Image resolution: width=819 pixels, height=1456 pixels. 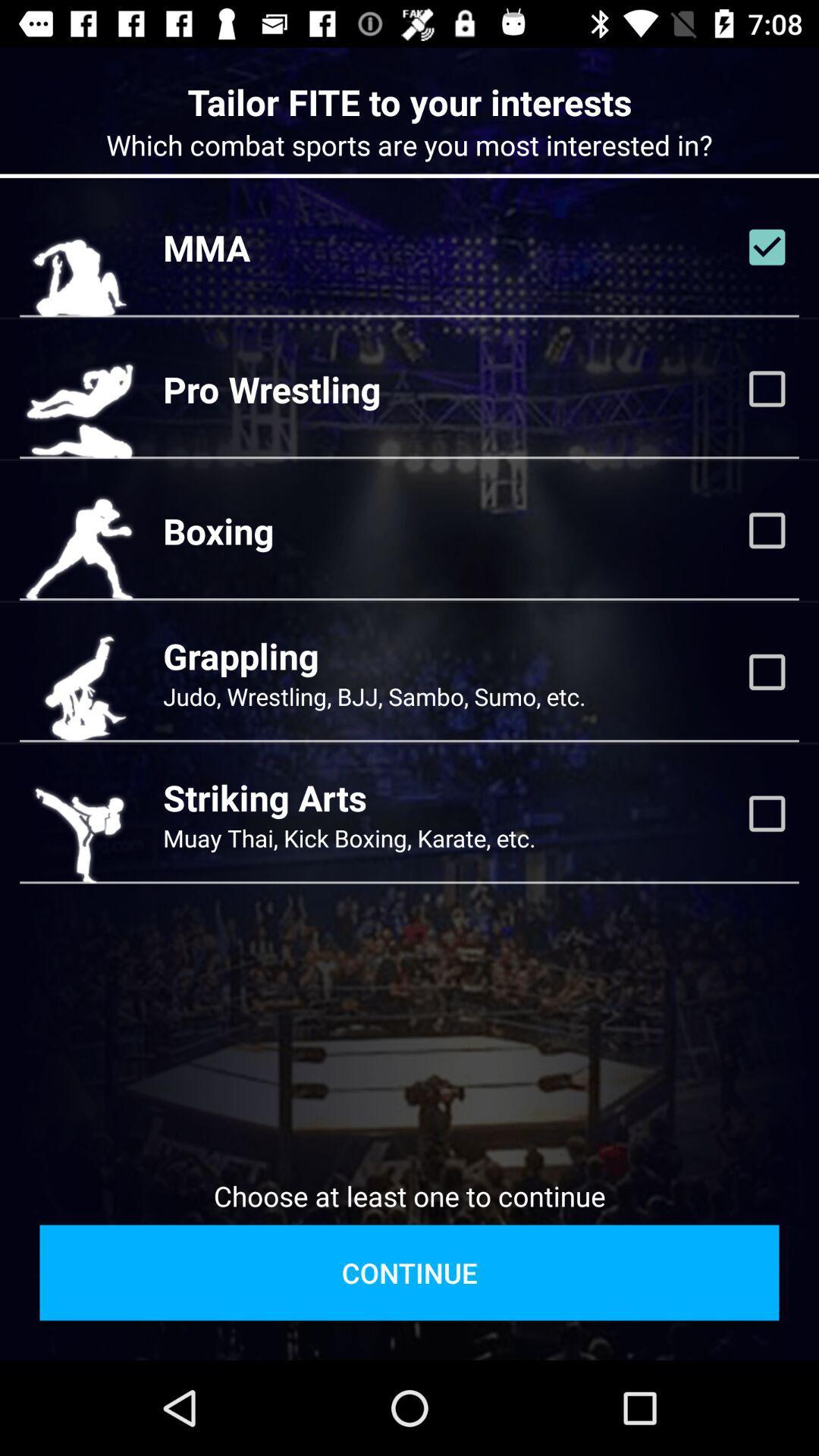 What do you see at coordinates (767, 530) in the screenshot?
I see `check box to select boxing` at bounding box center [767, 530].